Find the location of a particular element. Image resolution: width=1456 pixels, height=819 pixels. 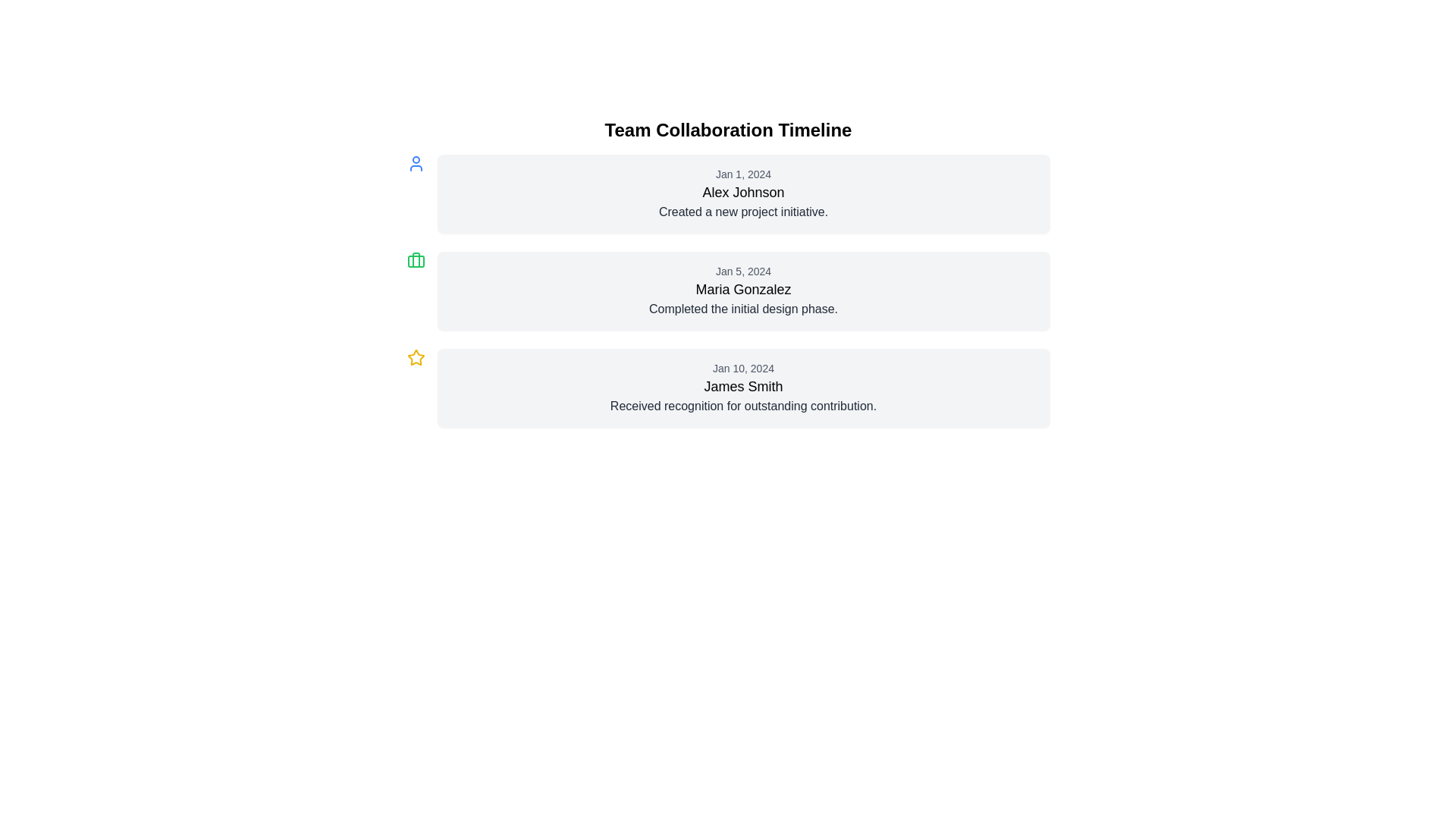

the first icon in the timeline, which serves as a visual identifier for the user or action associated with it is located at coordinates (416, 164).